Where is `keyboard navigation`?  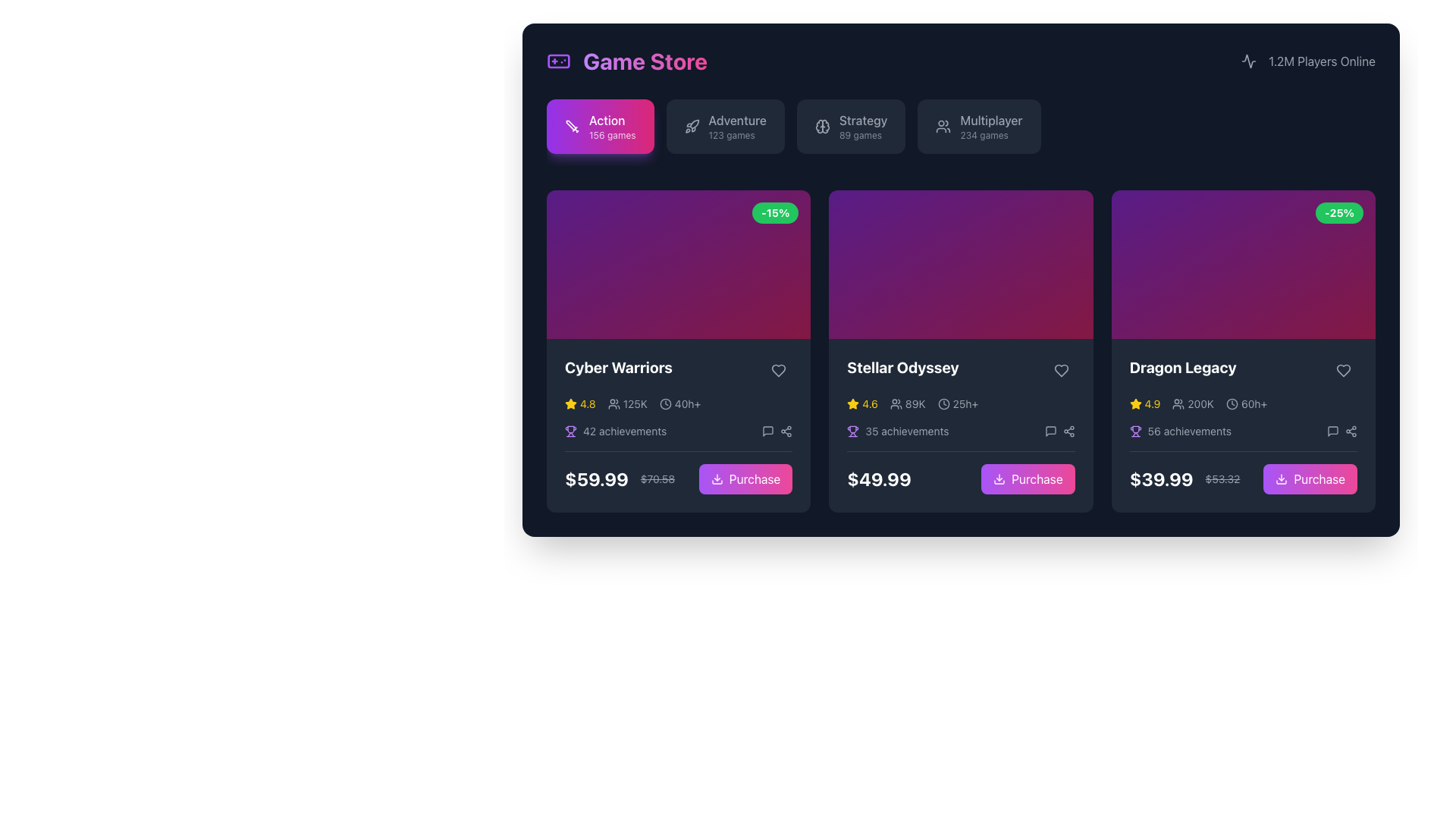 keyboard navigation is located at coordinates (779, 370).